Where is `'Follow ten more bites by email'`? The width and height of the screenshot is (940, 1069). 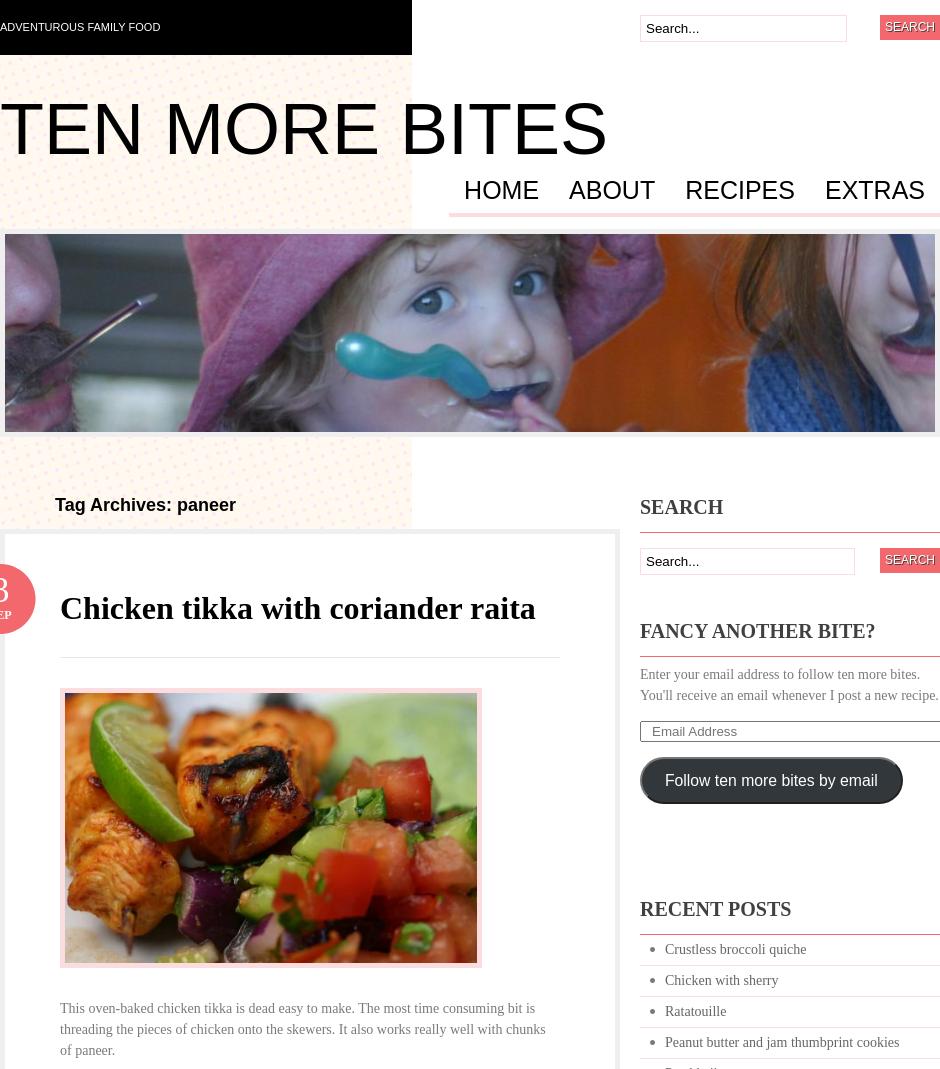
'Follow ten more bites by email' is located at coordinates (769, 779).